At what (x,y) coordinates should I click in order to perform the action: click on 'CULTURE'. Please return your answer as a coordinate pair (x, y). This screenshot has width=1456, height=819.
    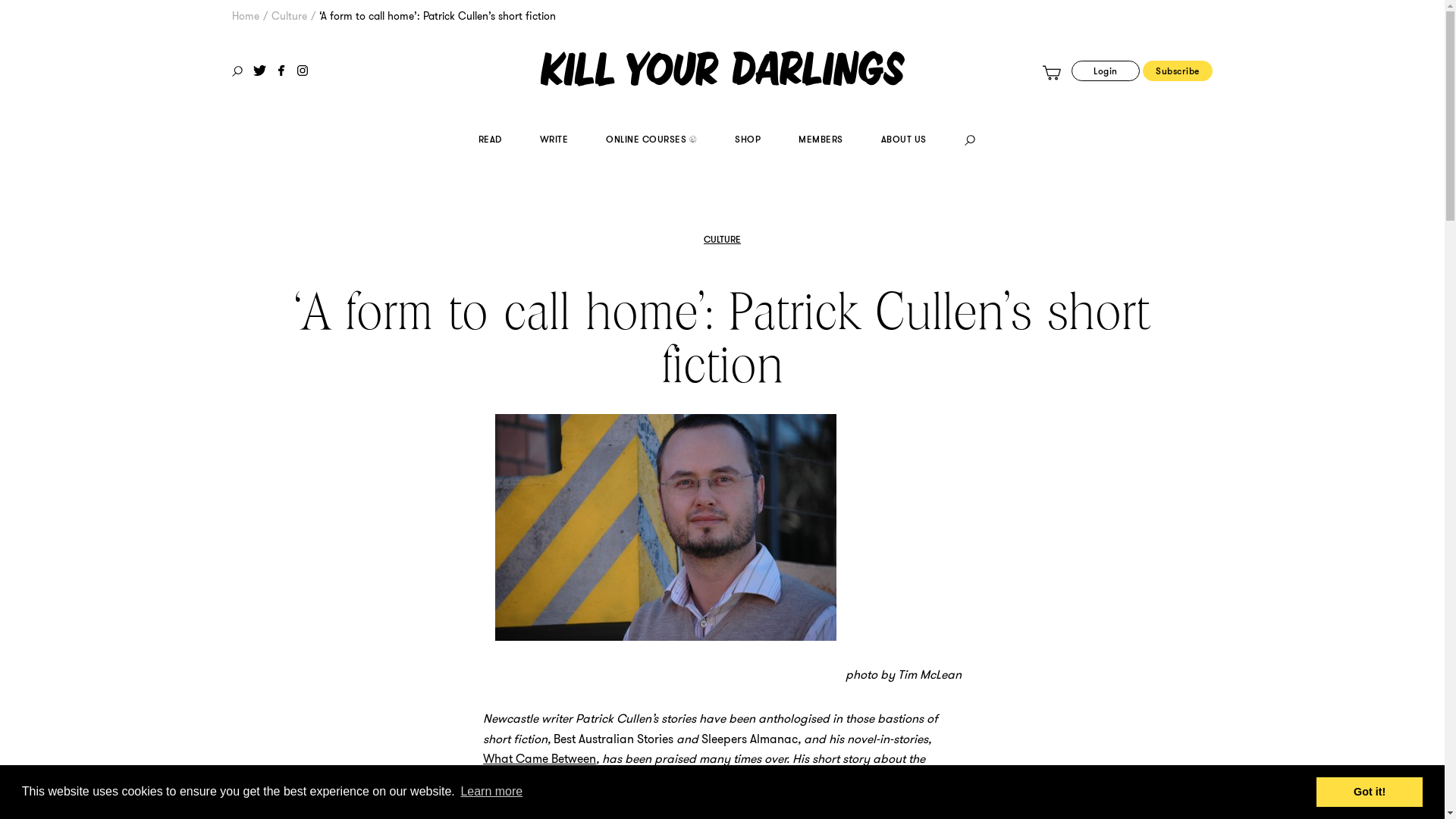
    Looking at the image, I should click on (721, 239).